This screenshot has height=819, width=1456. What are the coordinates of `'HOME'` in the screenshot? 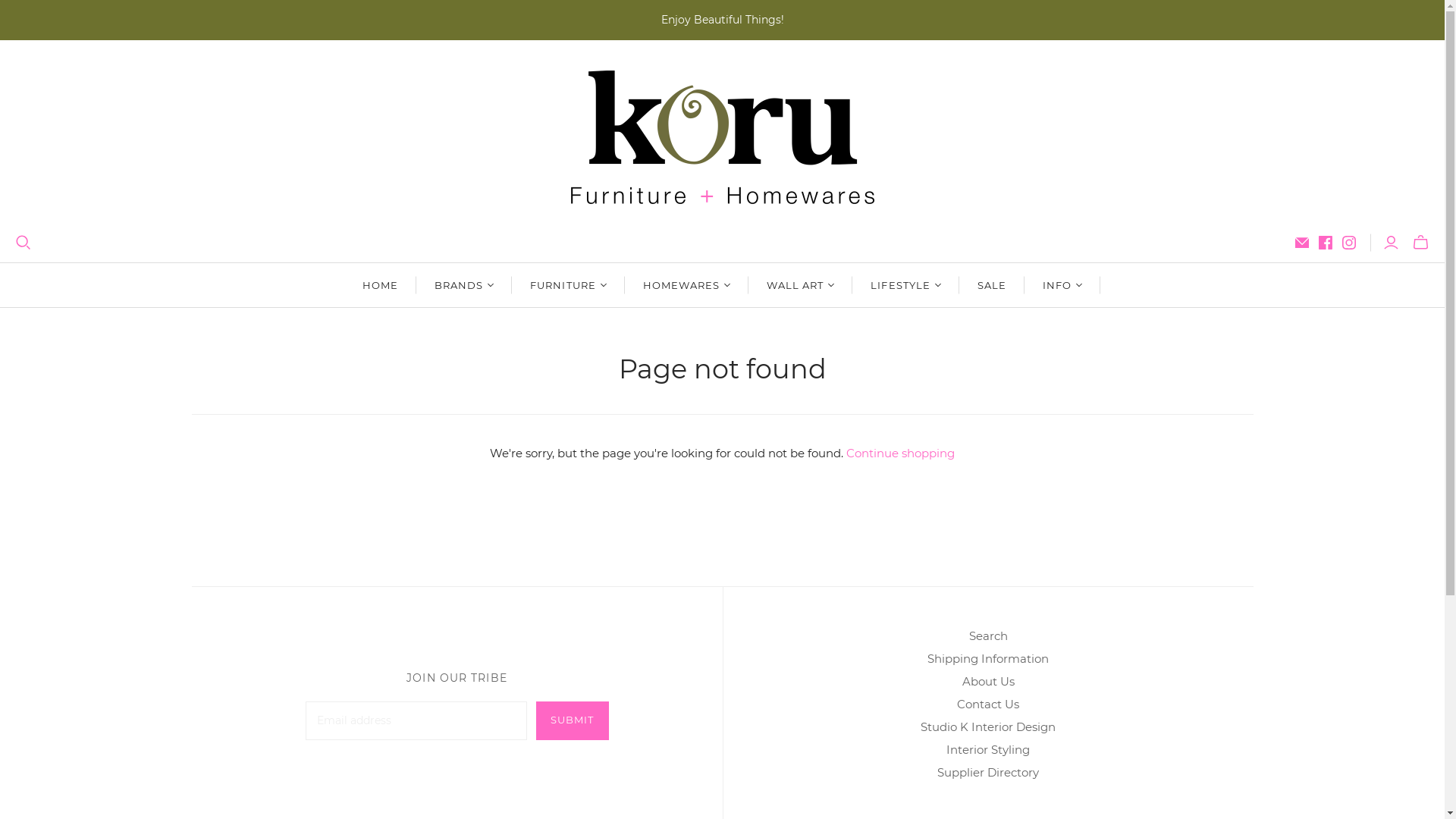 It's located at (344, 284).